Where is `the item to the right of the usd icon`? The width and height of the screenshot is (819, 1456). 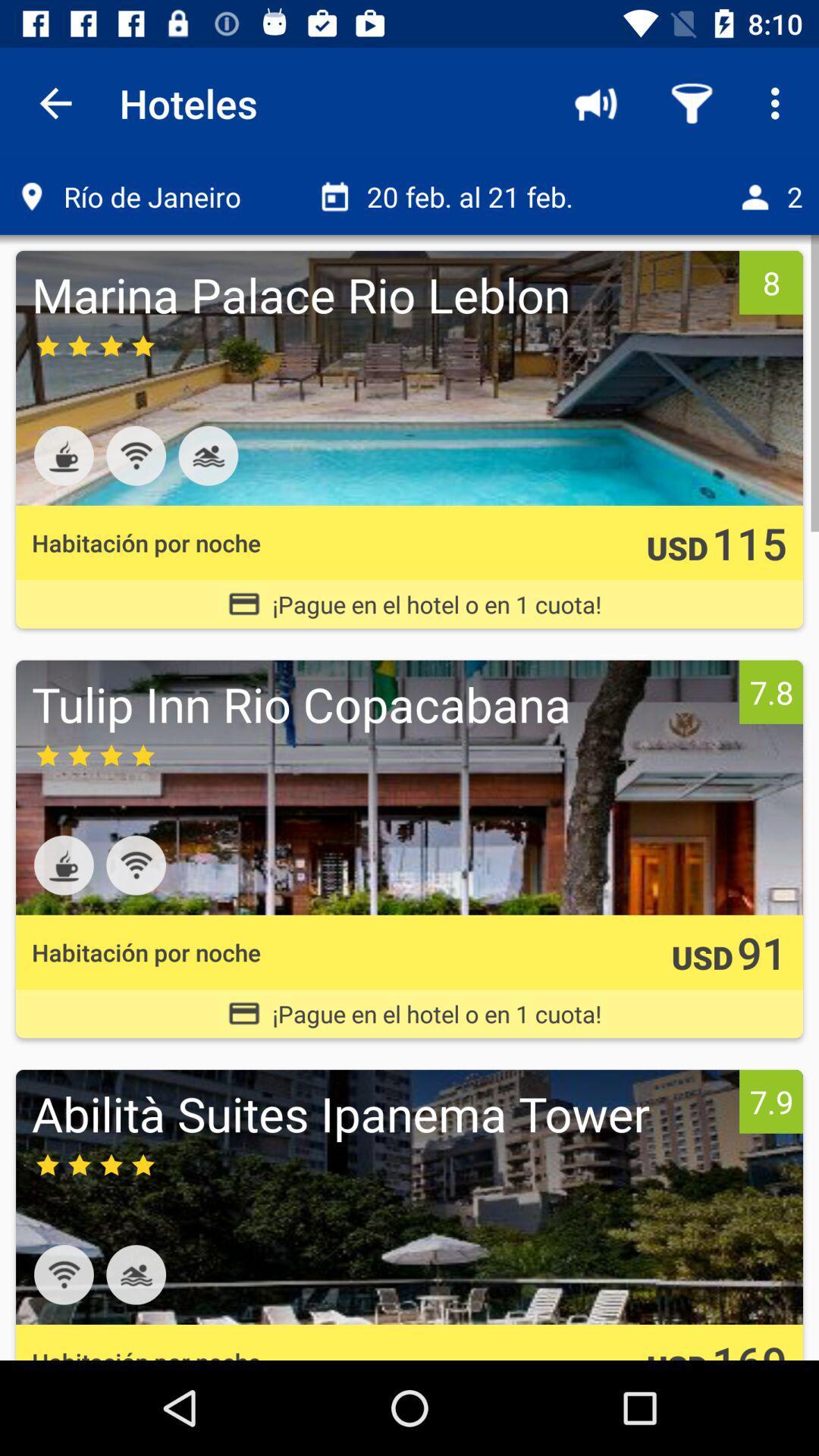
the item to the right of the usd icon is located at coordinates (748, 542).